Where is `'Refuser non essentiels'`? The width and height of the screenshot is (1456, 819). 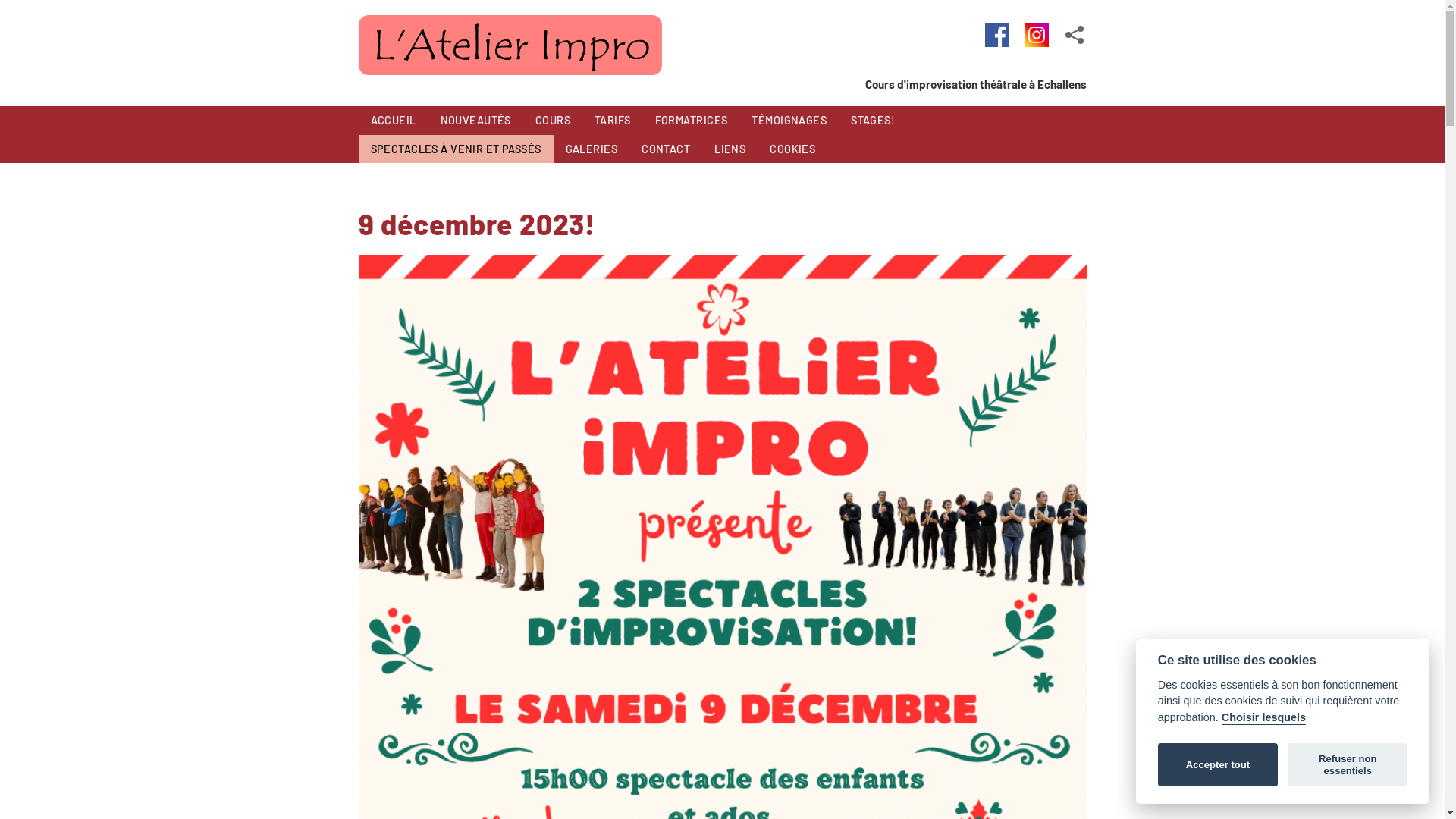 'Refuser non essentiels' is located at coordinates (1287, 765).